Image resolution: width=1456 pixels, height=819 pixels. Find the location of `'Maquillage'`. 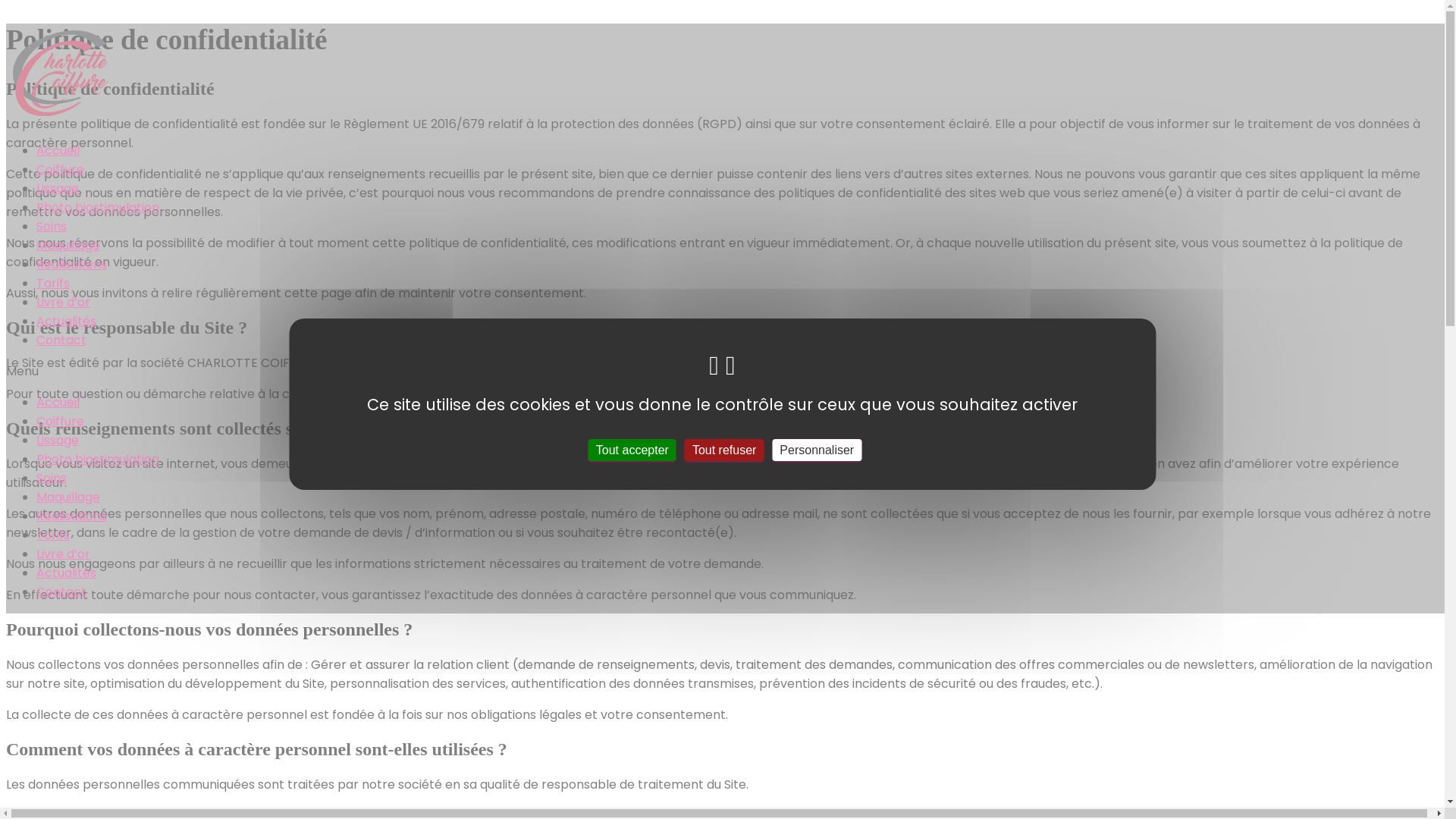

'Maquillage' is located at coordinates (67, 497).